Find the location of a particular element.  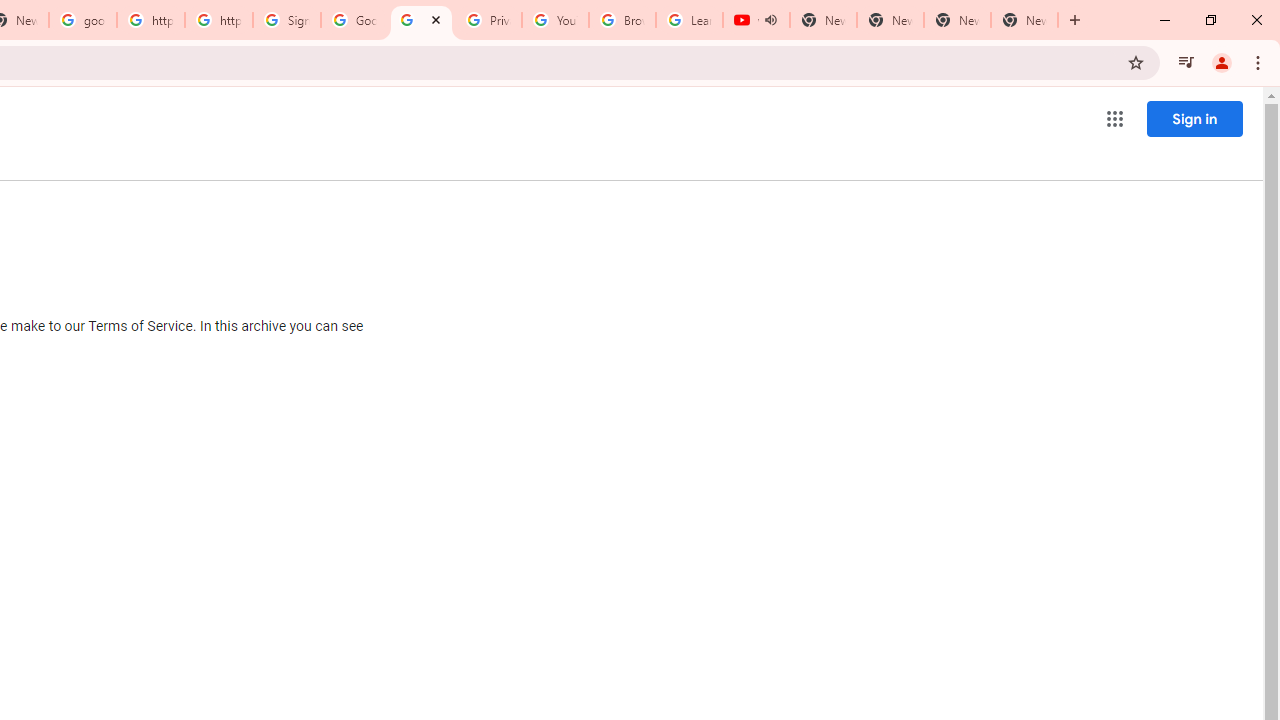

'YouTube' is located at coordinates (555, 20).